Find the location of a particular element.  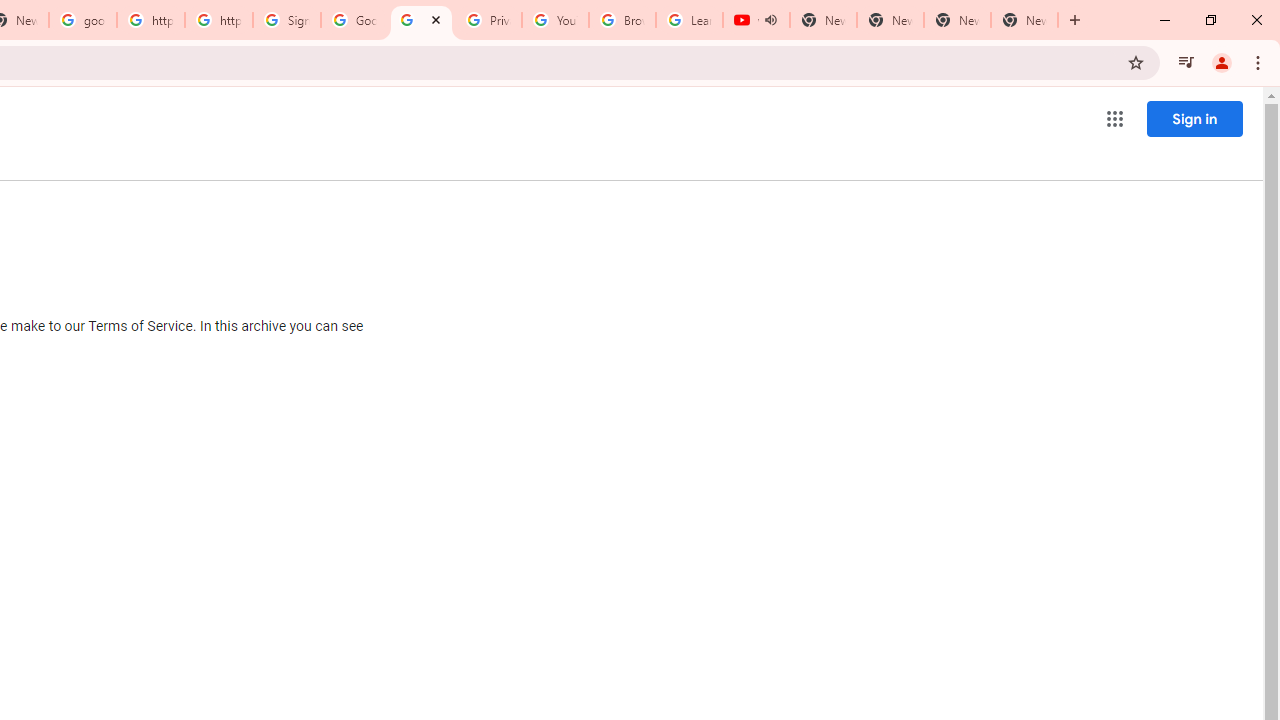

'YouTube' is located at coordinates (555, 20).